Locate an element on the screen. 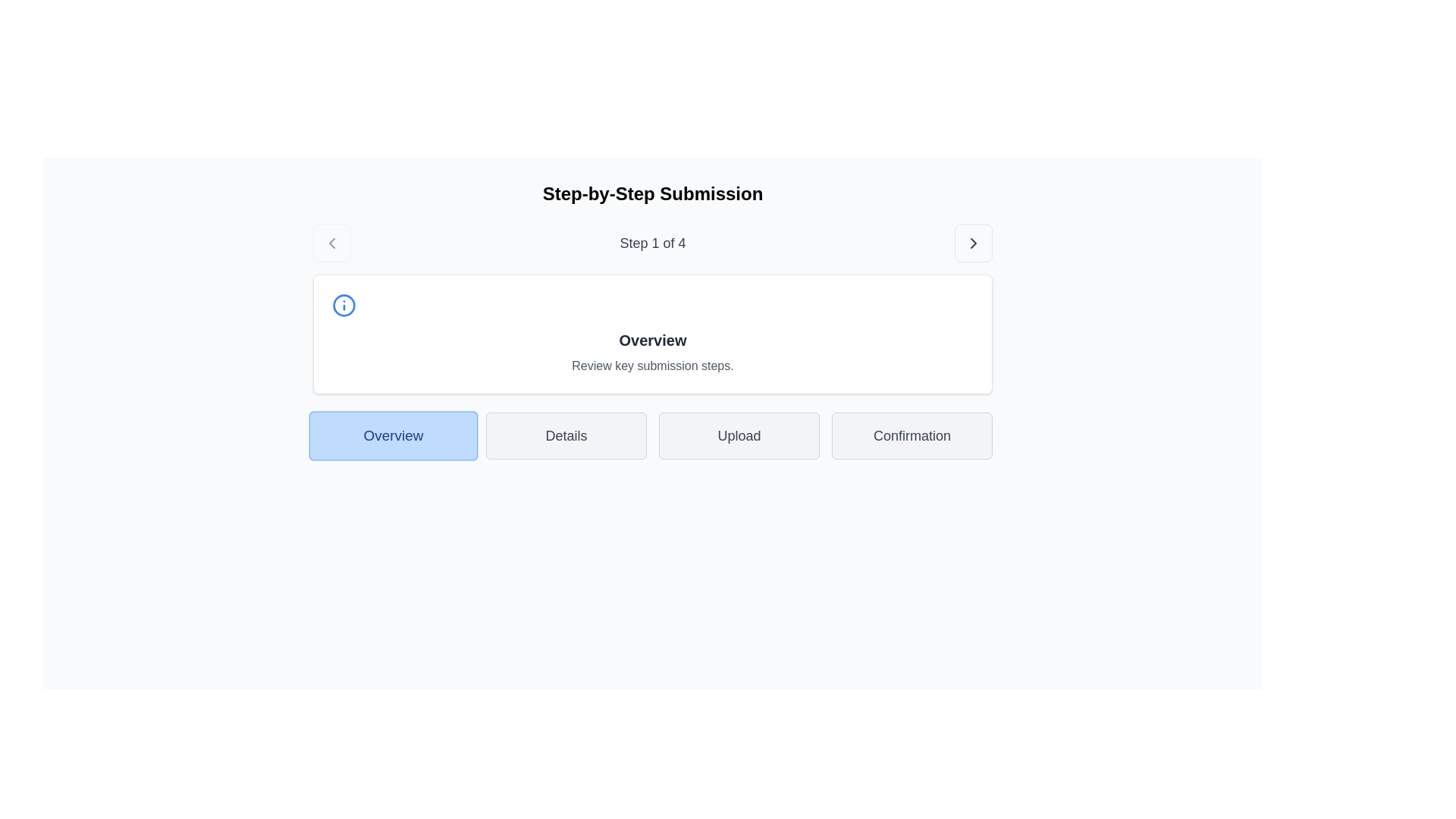 The image size is (1456, 819). the 'Overview' tab in the Informational dialog titled 'Step-by-Step Submission' is located at coordinates (652, 320).